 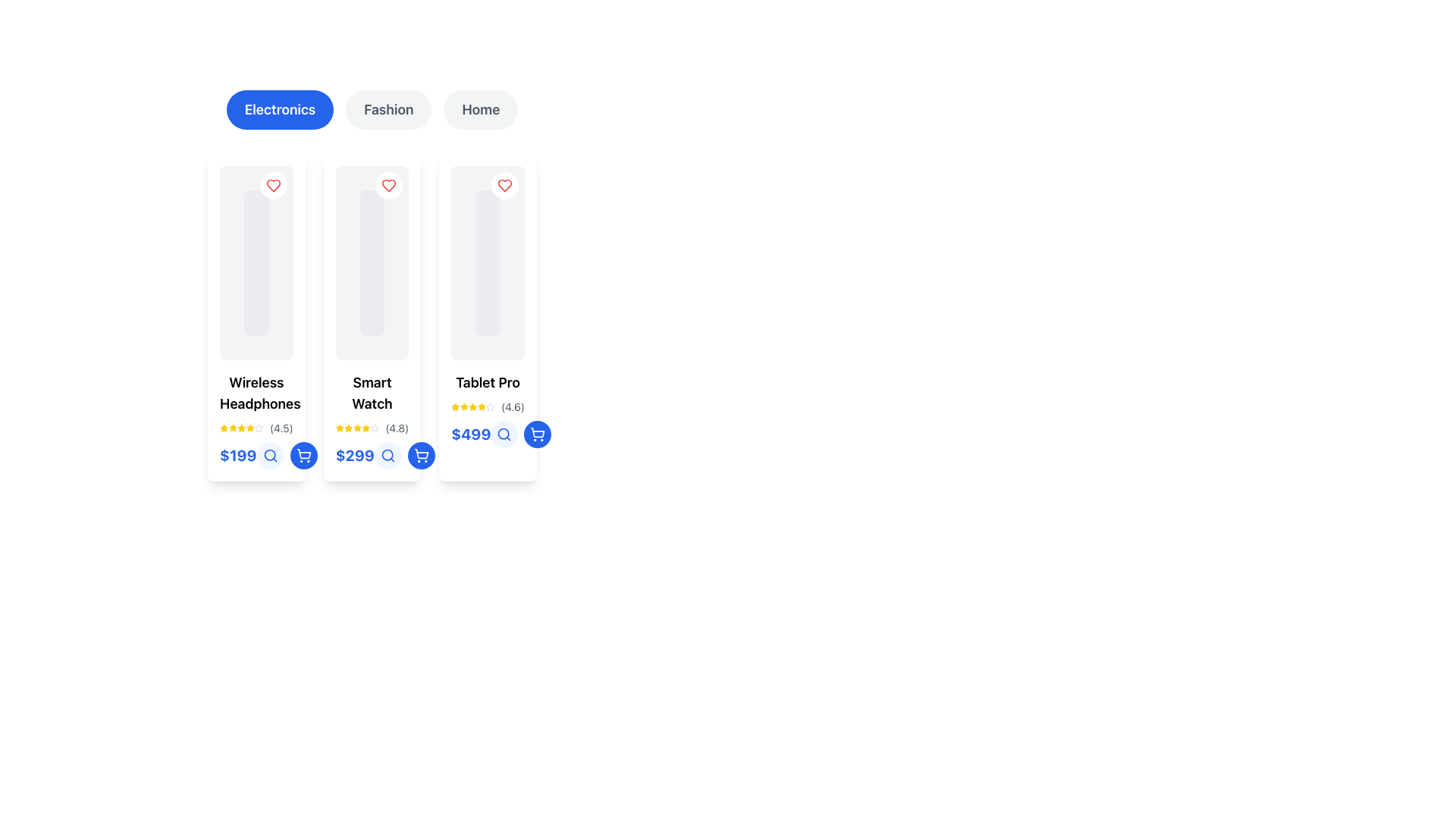 I want to click on the 'Smart Watch' text label, which is the second product title in the Electronics category and is centrally aligned above the rating and price info, so click(x=372, y=393).